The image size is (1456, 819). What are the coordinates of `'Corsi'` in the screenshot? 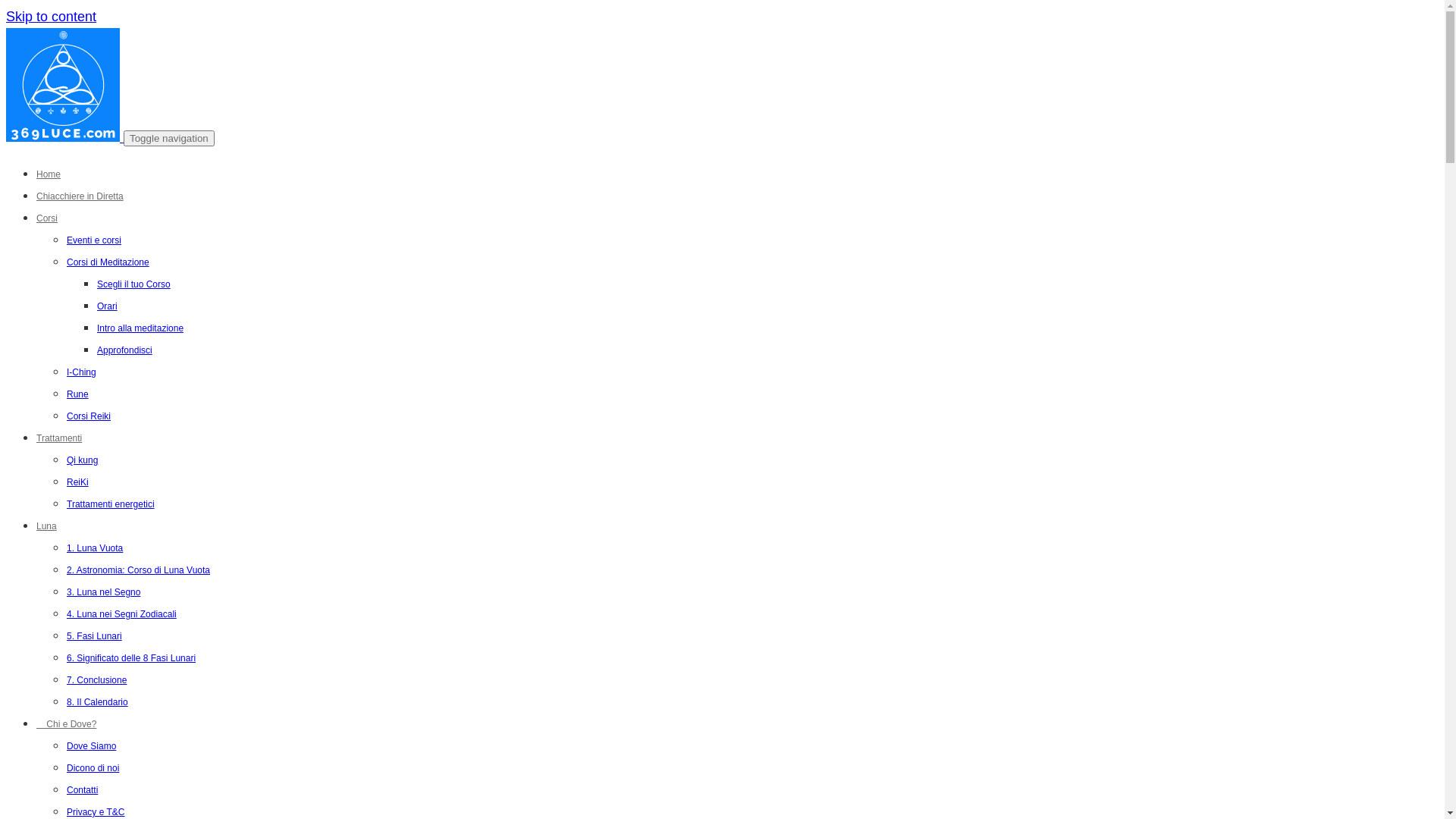 It's located at (47, 218).